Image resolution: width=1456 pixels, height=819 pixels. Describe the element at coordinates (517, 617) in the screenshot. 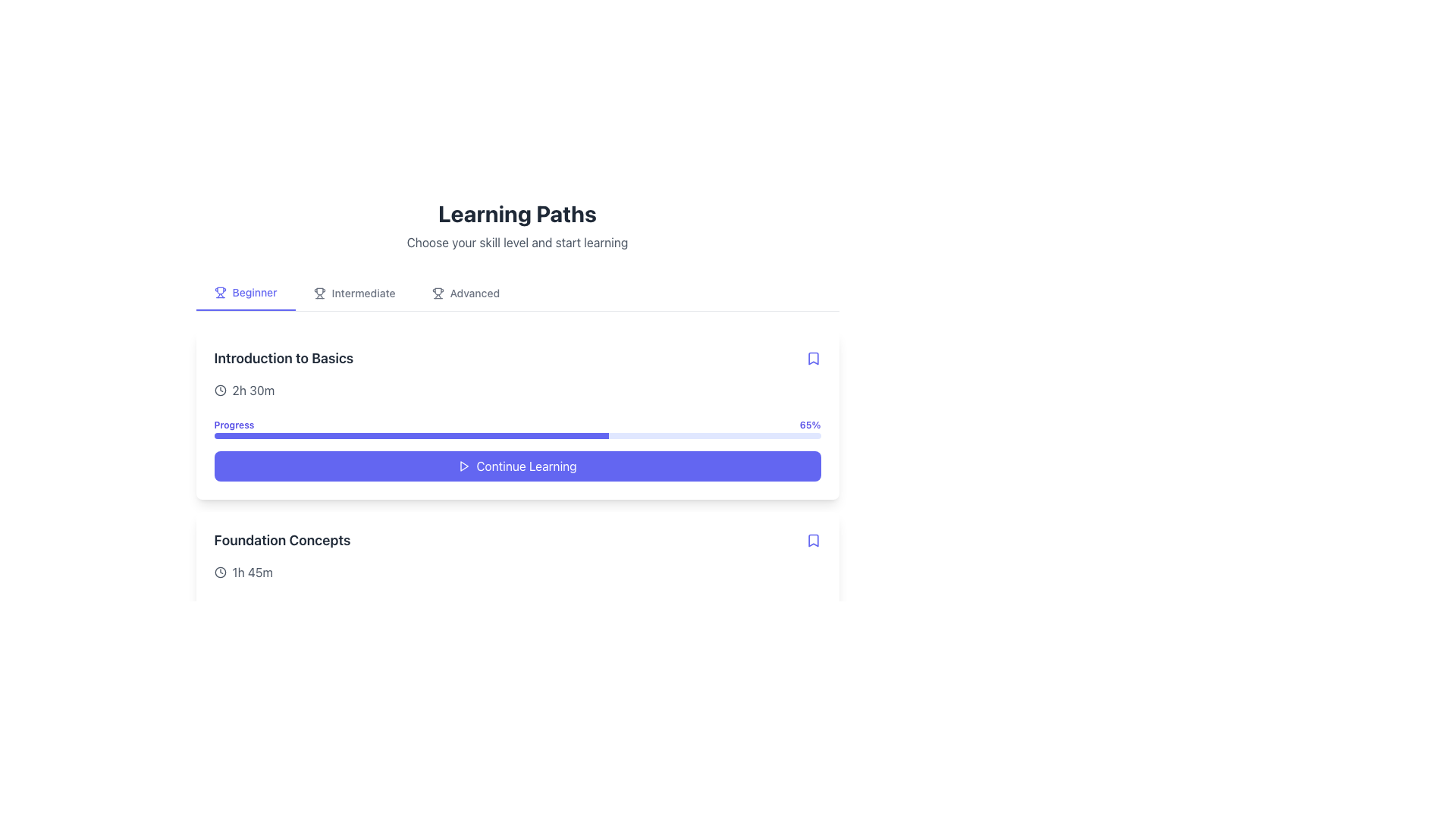

I see `the progress bar located in the 'Foundation Concepts' section, which has a light indigo background and a smaller darker indigo bar indicating 40% completion` at that location.